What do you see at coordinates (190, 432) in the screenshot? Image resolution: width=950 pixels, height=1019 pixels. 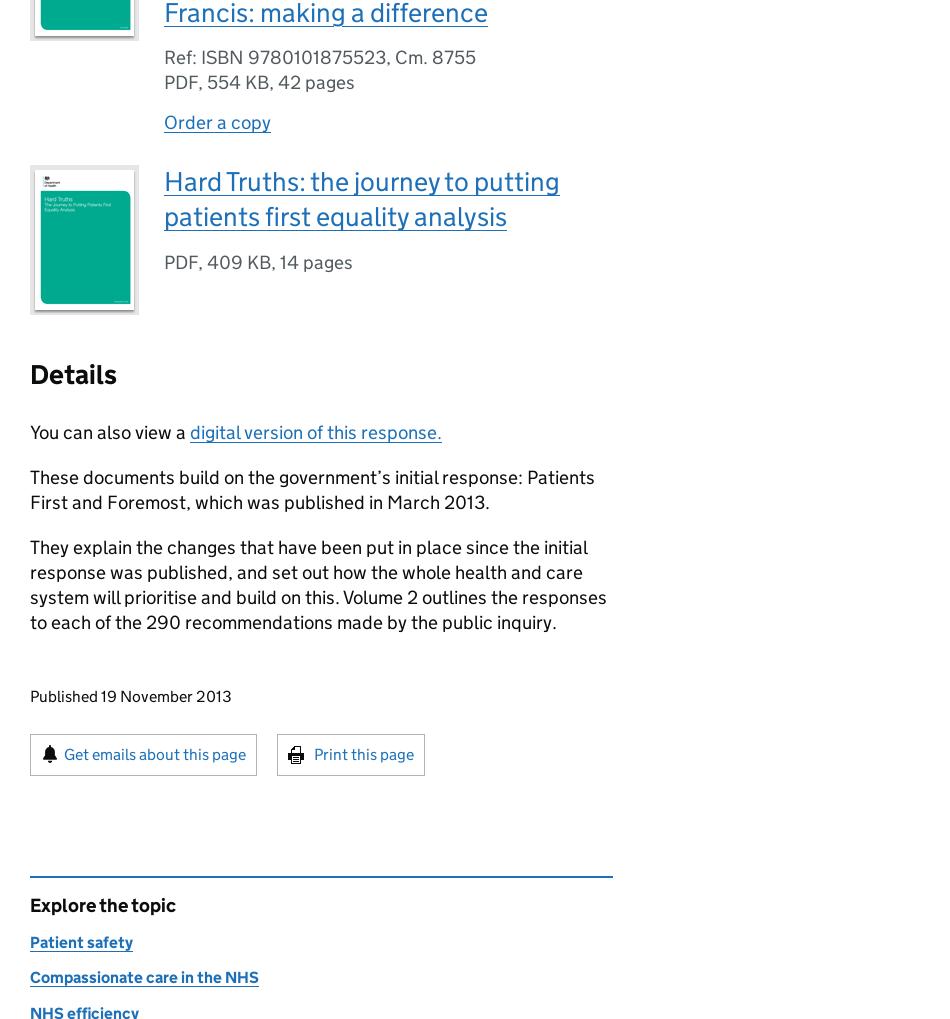 I see `'digital version of this response.'` at bounding box center [190, 432].